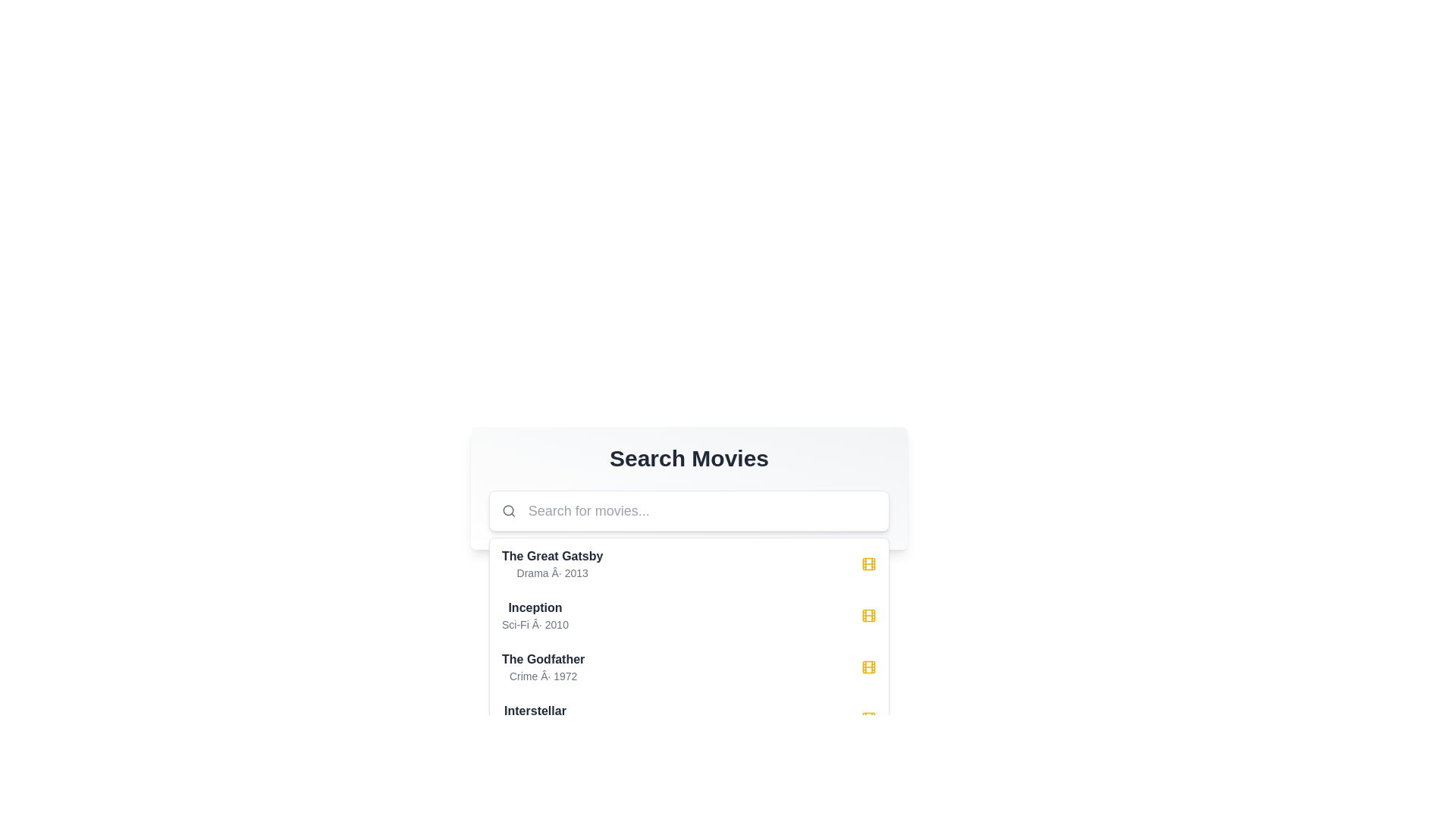  I want to click on the filmstrip icon located at the far right end of the row for 'The Great Gatsby', so click(869, 564).